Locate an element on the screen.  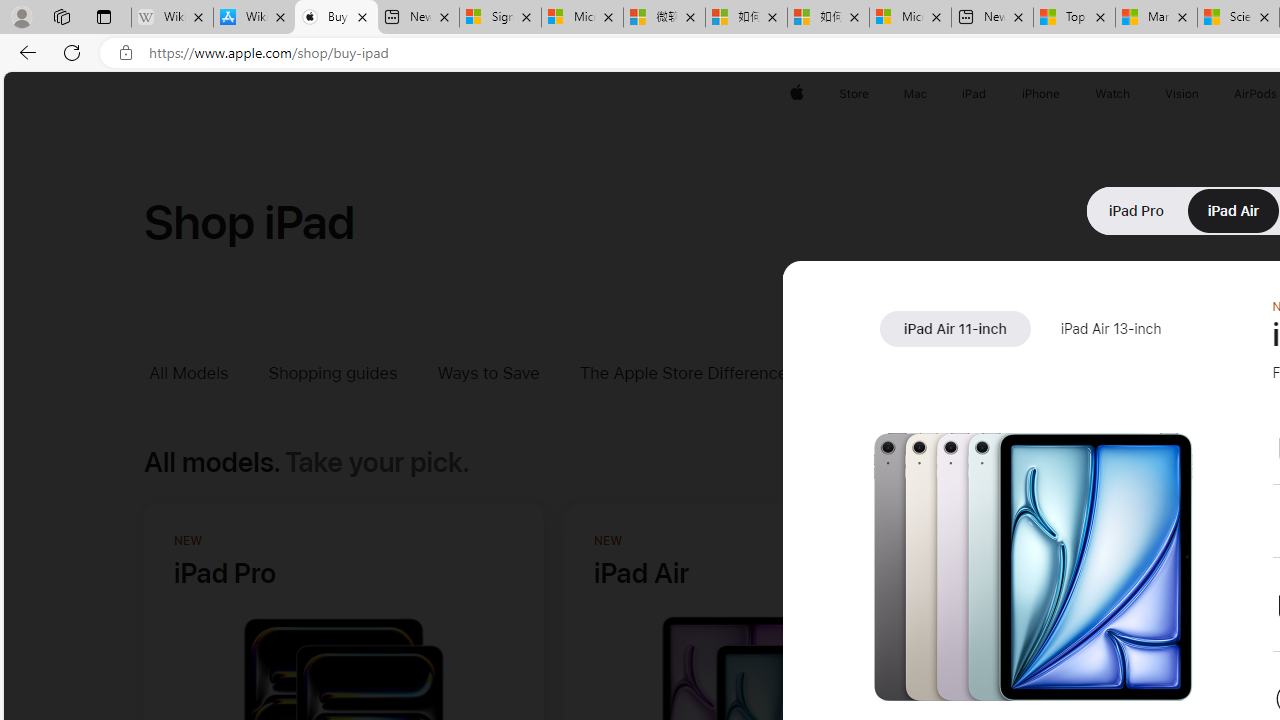
'iPad Air 13-inch' is located at coordinates (1110, 328).